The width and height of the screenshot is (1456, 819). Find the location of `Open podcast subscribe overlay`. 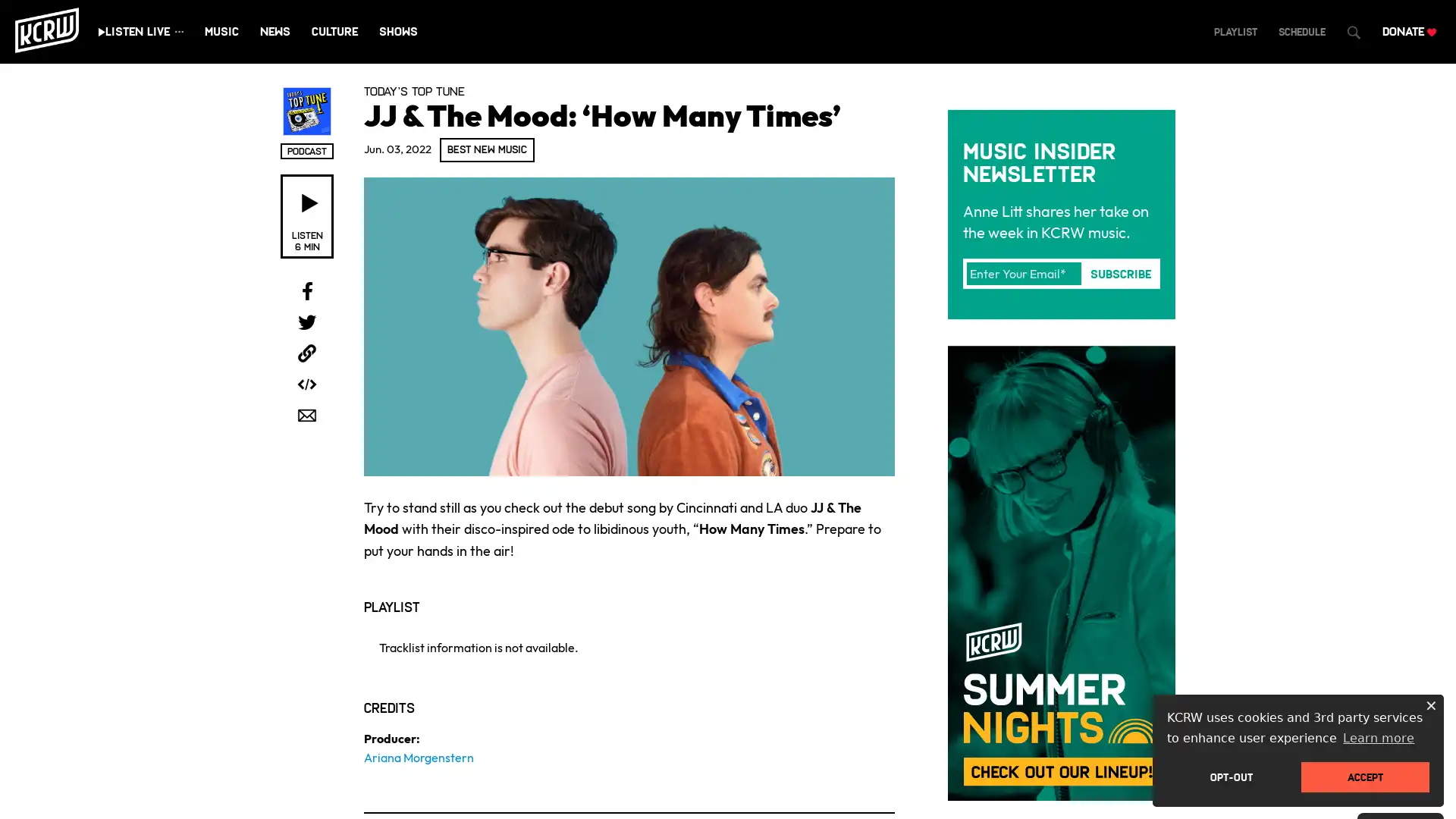

Open podcast subscribe overlay is located at coordinates (306, 151).